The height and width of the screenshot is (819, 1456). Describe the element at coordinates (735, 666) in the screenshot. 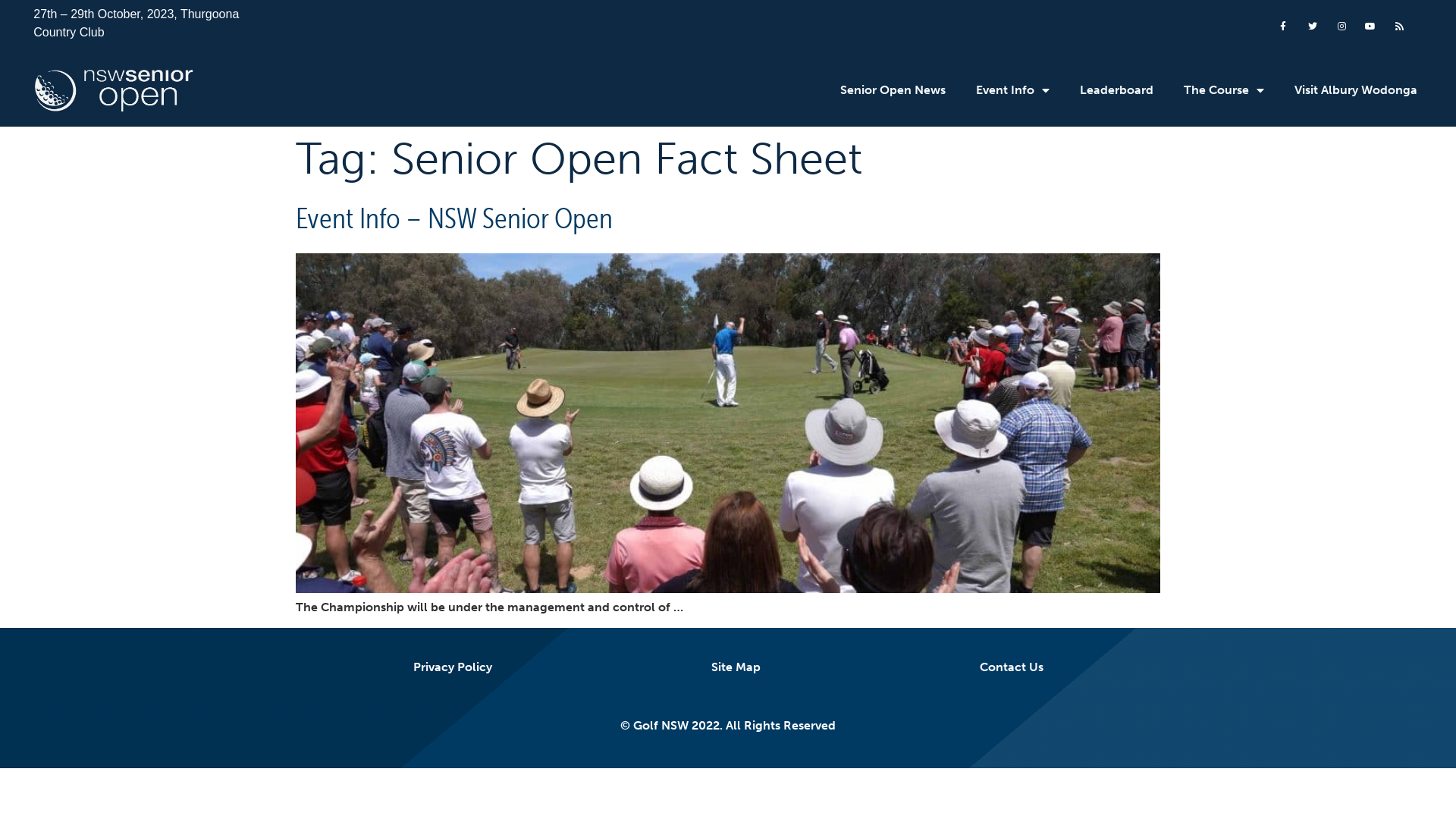

I see `'Site Map'` at that location.